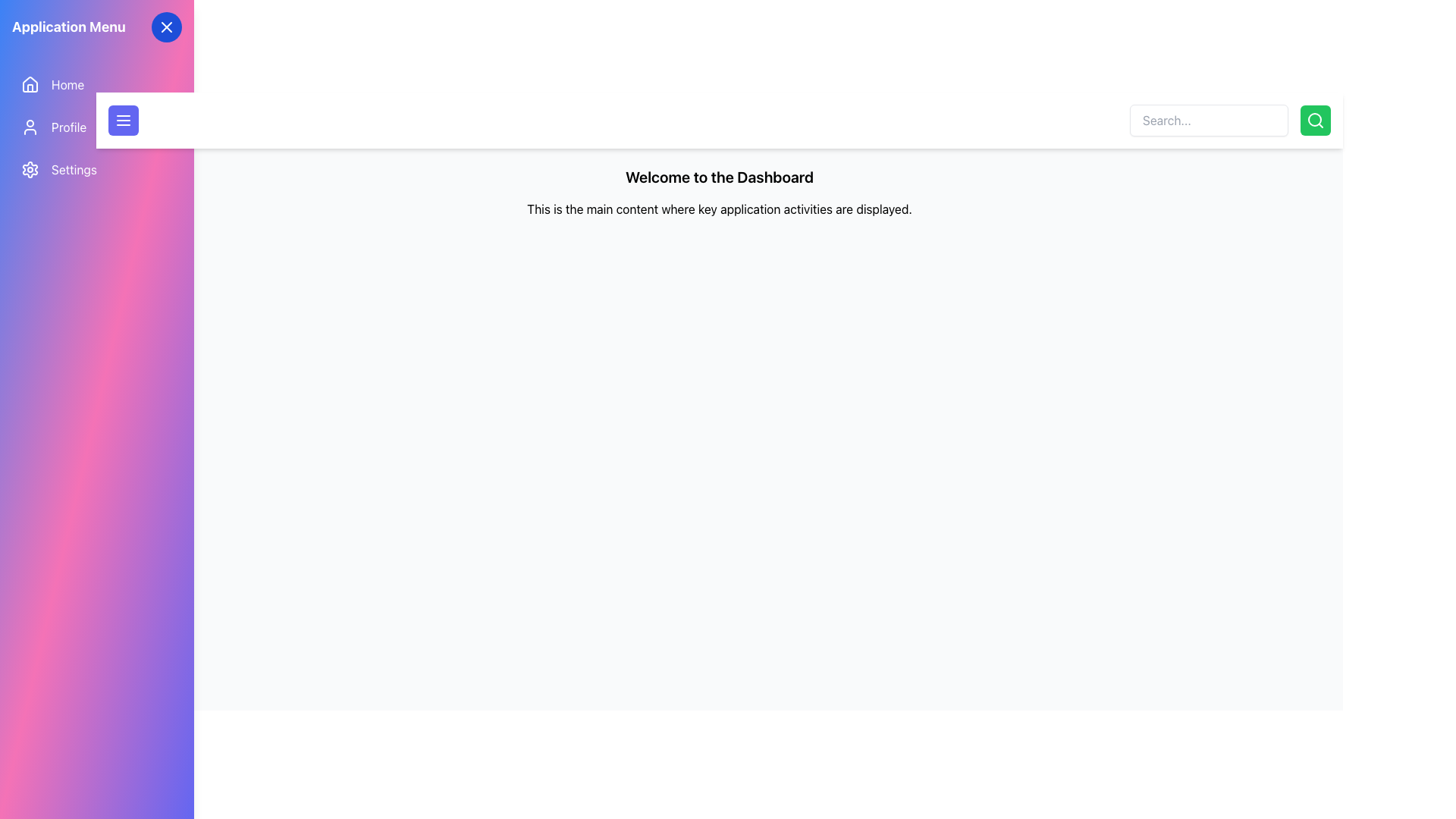  What do you see at coordinates (30, 84) in the screenshot?
I see `the 'Home' menu item` at bounding box center [30, 84].